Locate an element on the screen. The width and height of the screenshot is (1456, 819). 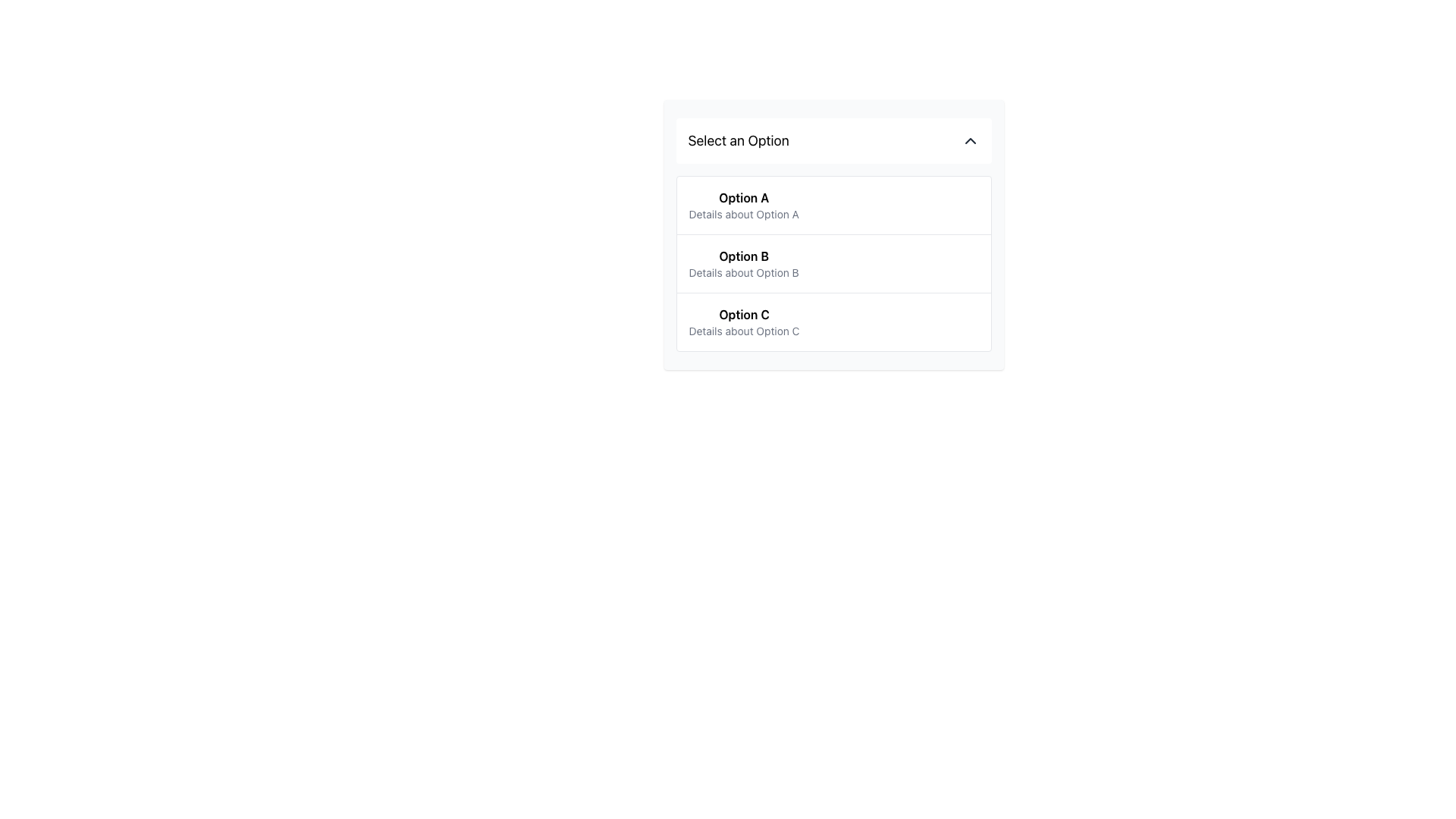
the 'Option B' text label in the dropdown menu, which is styled in bold and is the second option listed is located at coordinates (744, 256).